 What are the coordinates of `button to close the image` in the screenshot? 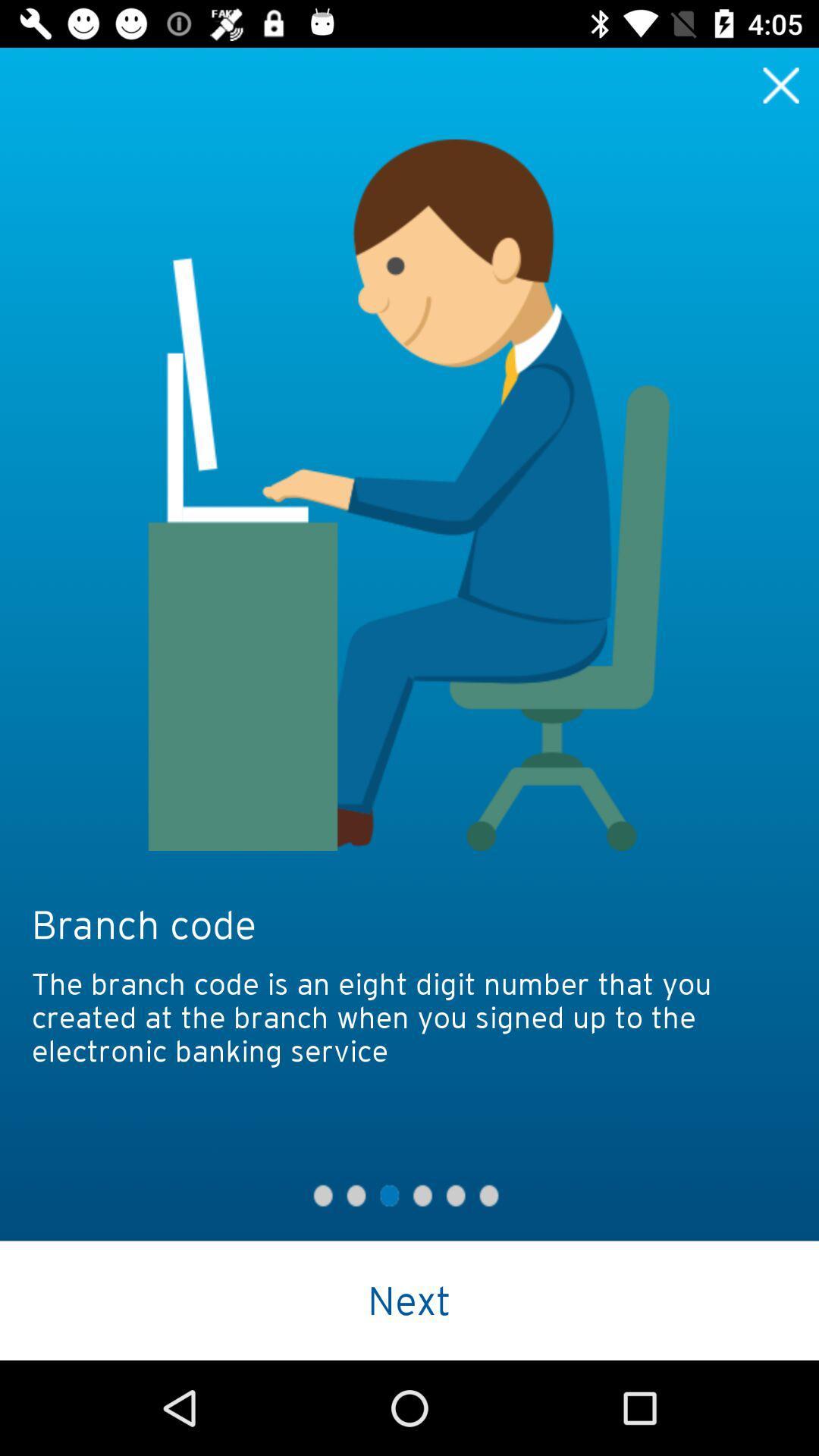 It's located at (781, 84).